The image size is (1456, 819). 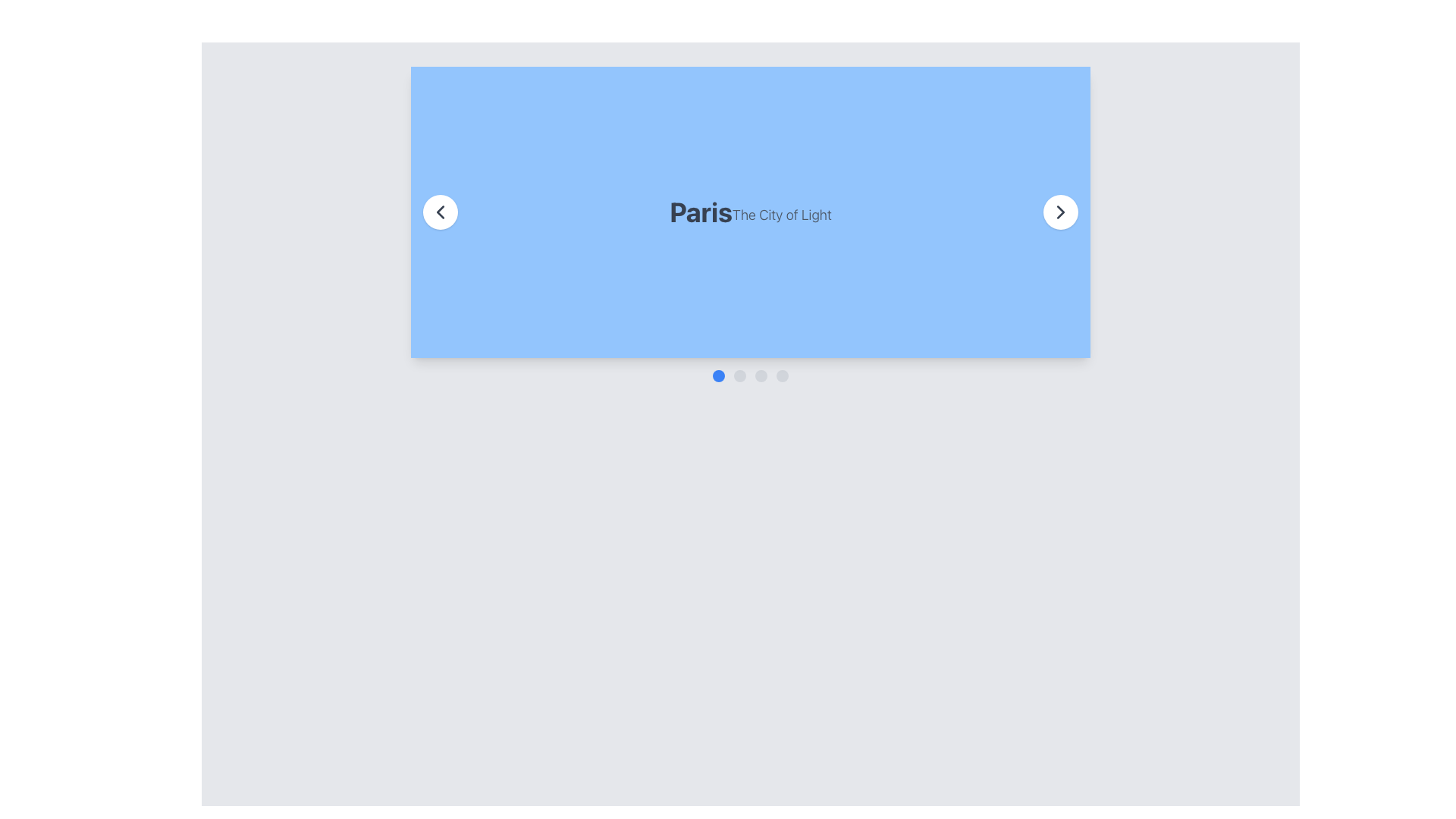 What do you see at coordinates (439, 212) in the screenshot?
I see `the left-pointing chevron icon within the circular white button` at bounding box center [439, 212].